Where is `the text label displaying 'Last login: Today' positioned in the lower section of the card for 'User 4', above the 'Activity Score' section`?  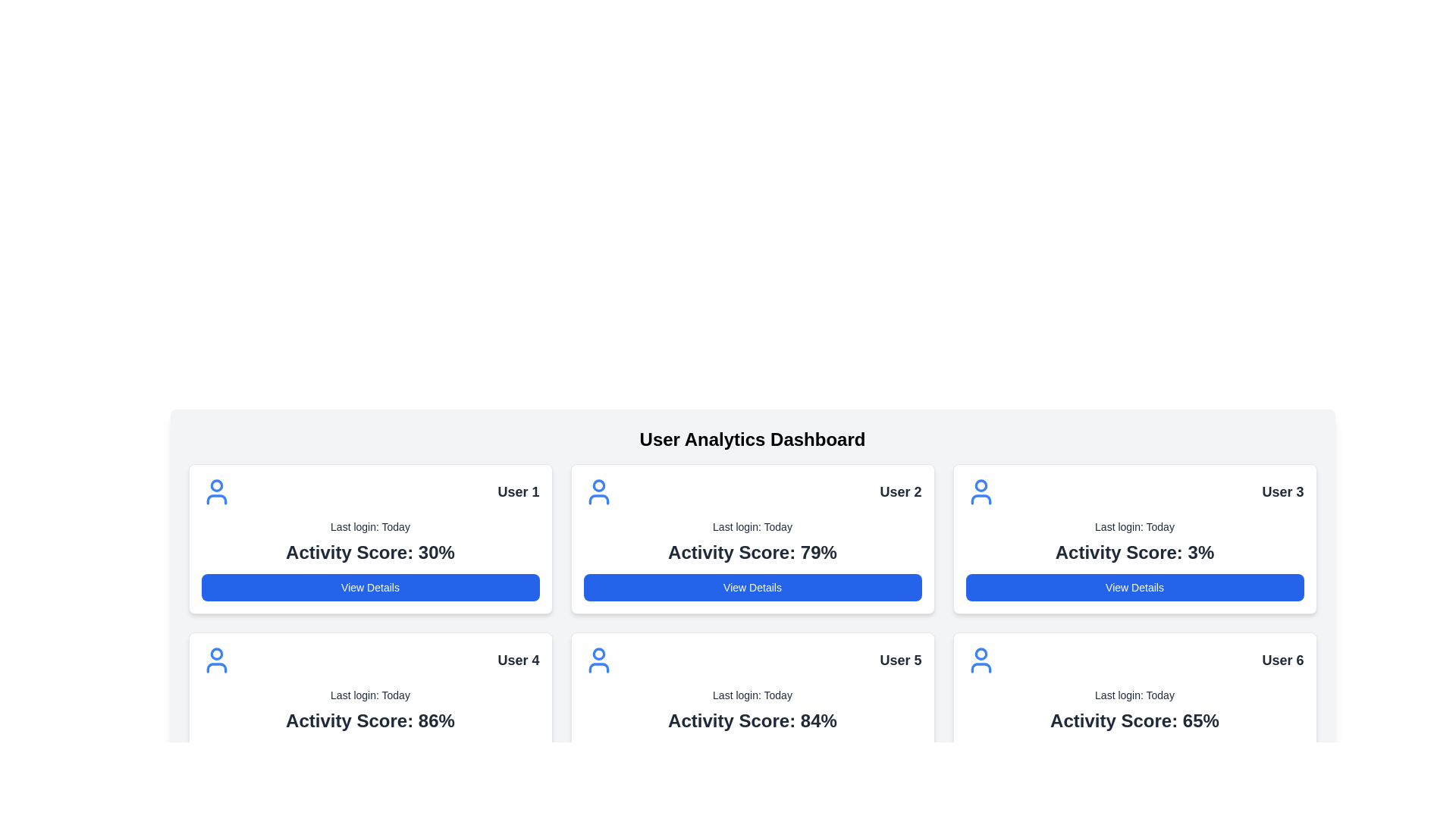
the text label displaying 'Last login: Today' positioned in the lower section of the card for 'User 4', above the 'Activity Score' section is located at coordinates (370, 695).